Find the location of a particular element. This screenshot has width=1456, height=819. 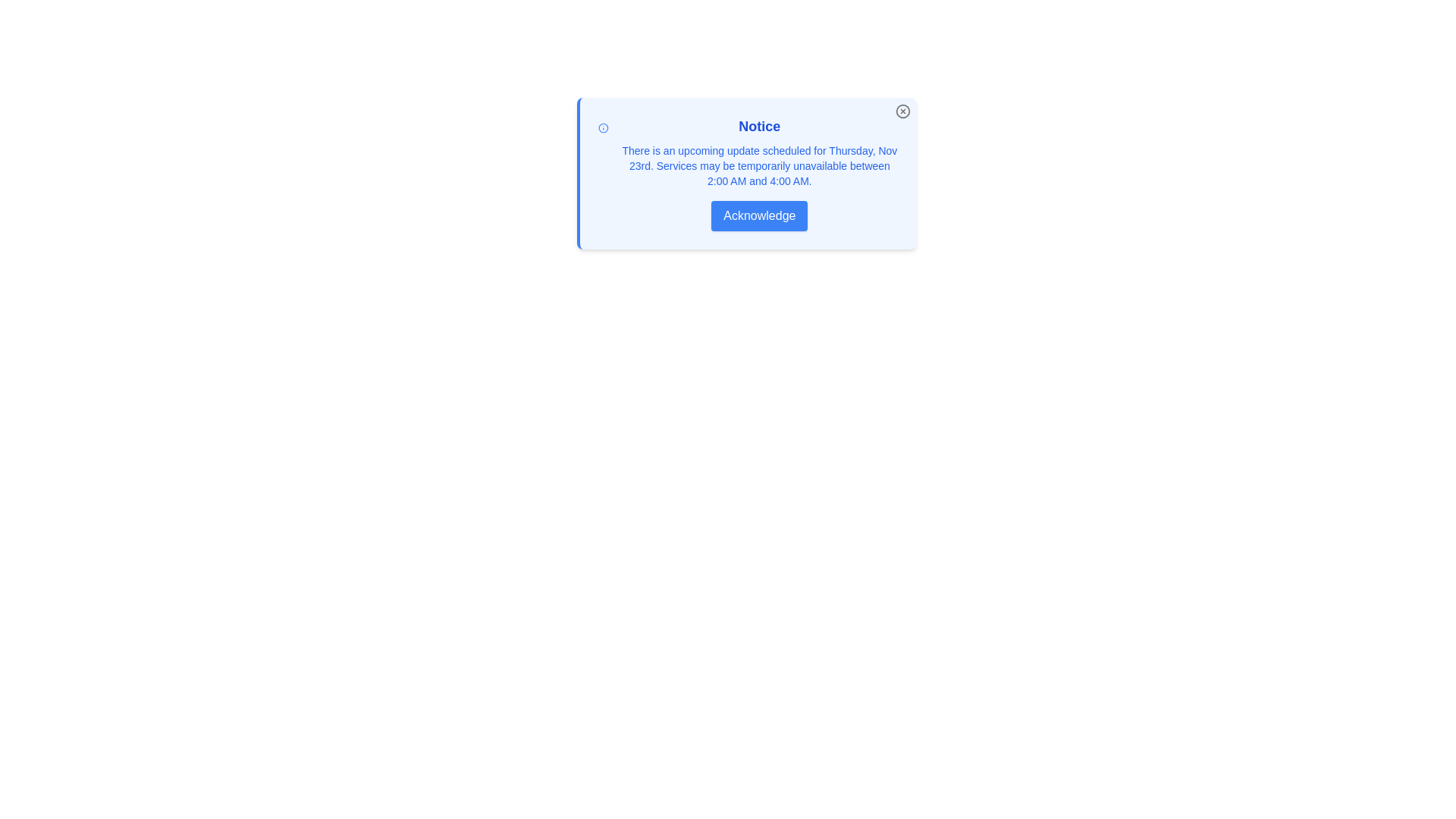

the static text providing an informational message about a scheduled update, located below the 'Notice' heading and above the 'Acknowledge' button is located at coordinates (759, 166).